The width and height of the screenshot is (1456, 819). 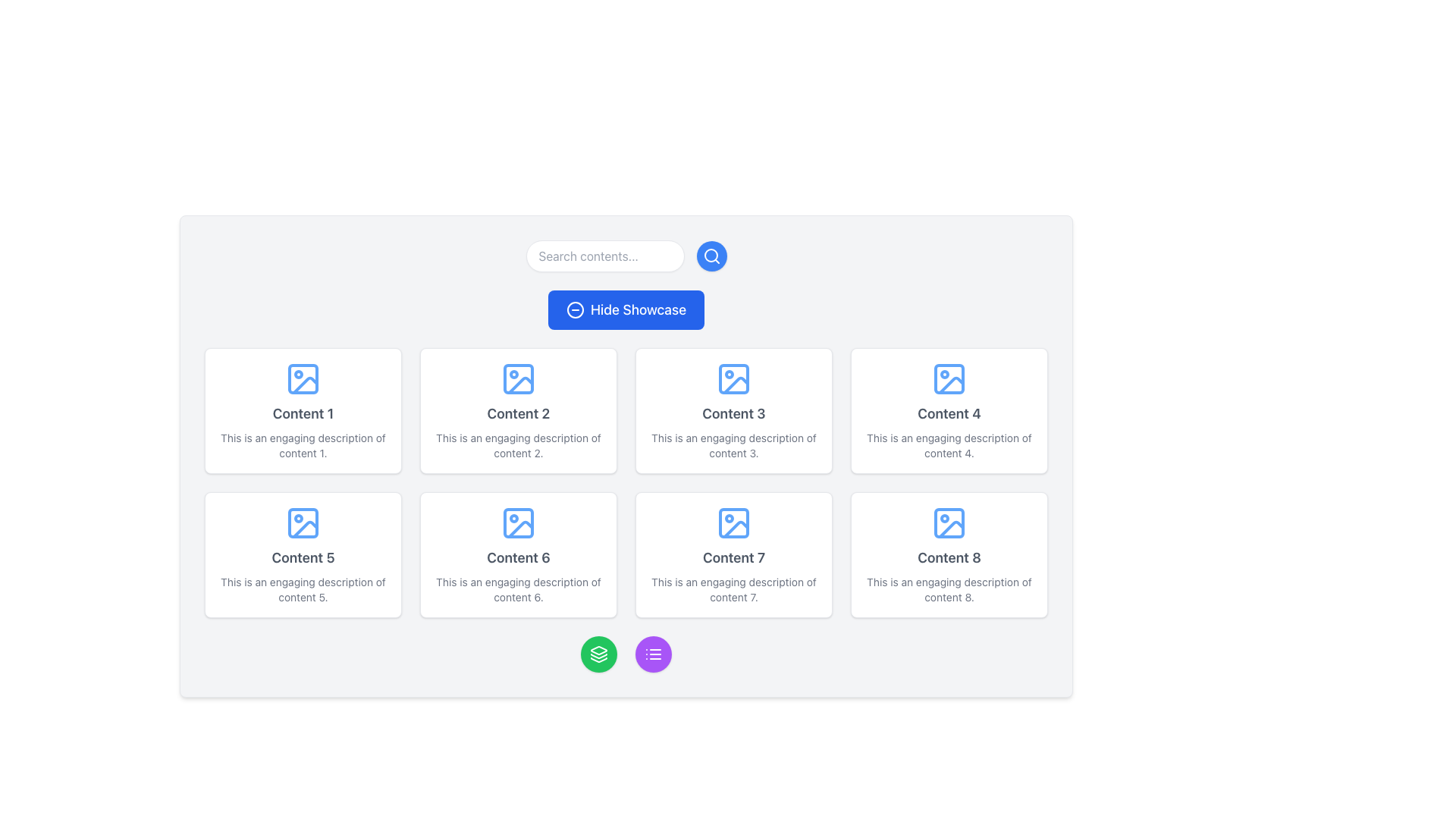 What do you see at coordinates (303, 378) in the screenshot?
I see `the stylized image placeholder icon located in the top-left content box, positioned above the bold text 'Content 1'` at bounding box center [303, 378].